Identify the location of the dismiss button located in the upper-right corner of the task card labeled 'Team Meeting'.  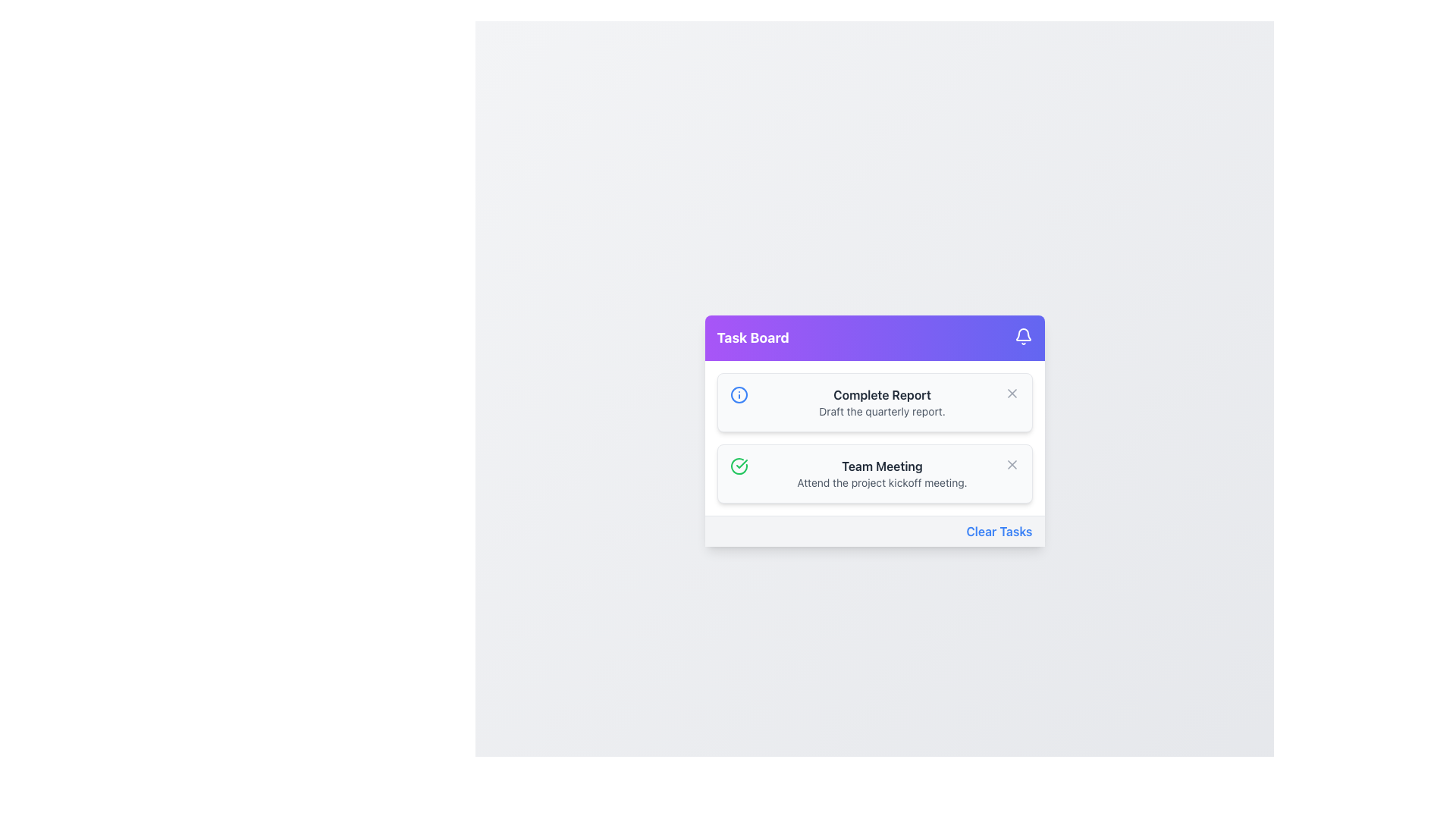
(1012, 463).